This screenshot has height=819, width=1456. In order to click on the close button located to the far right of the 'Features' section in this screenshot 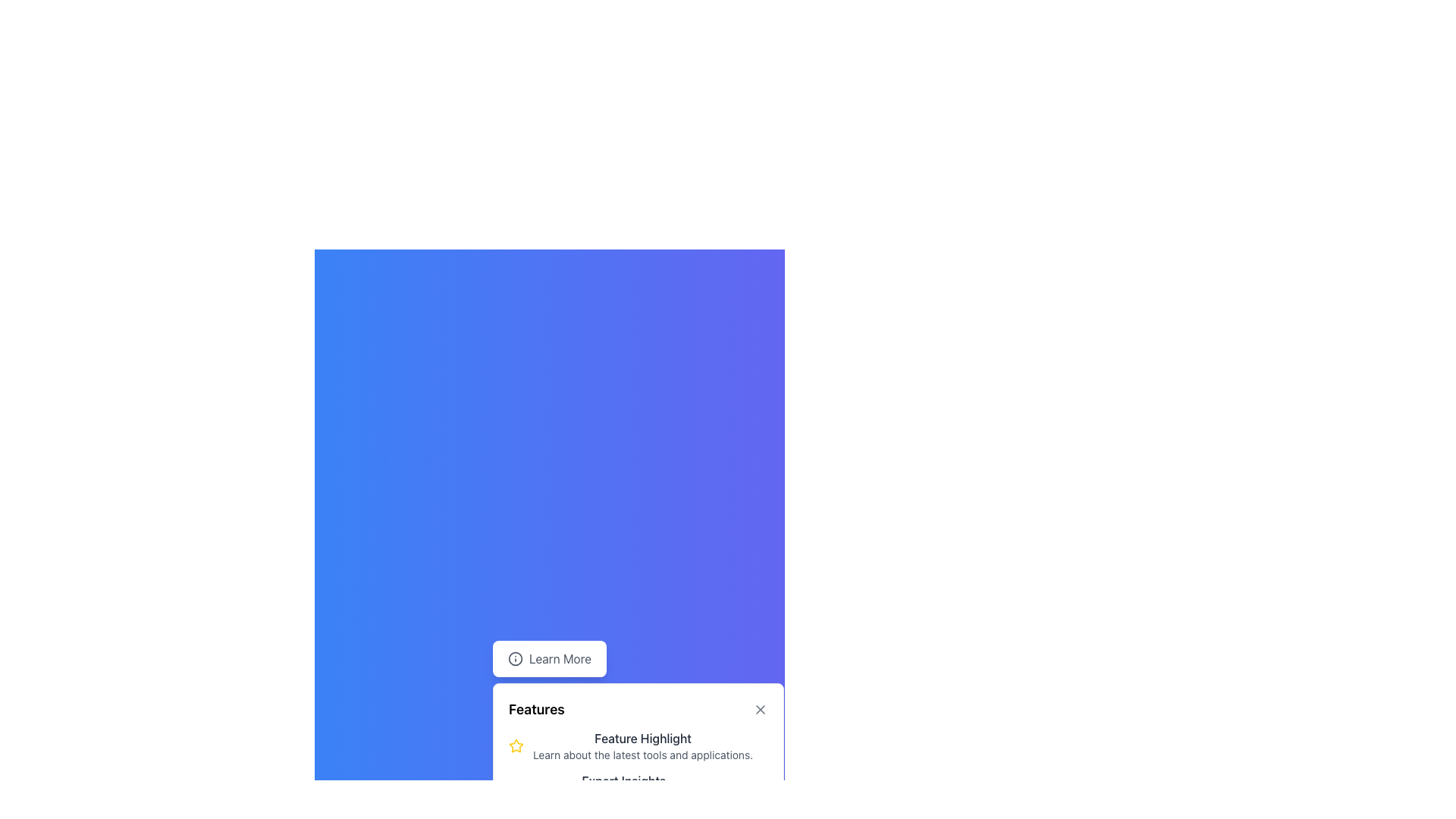, I will do `click(761, 710)`.